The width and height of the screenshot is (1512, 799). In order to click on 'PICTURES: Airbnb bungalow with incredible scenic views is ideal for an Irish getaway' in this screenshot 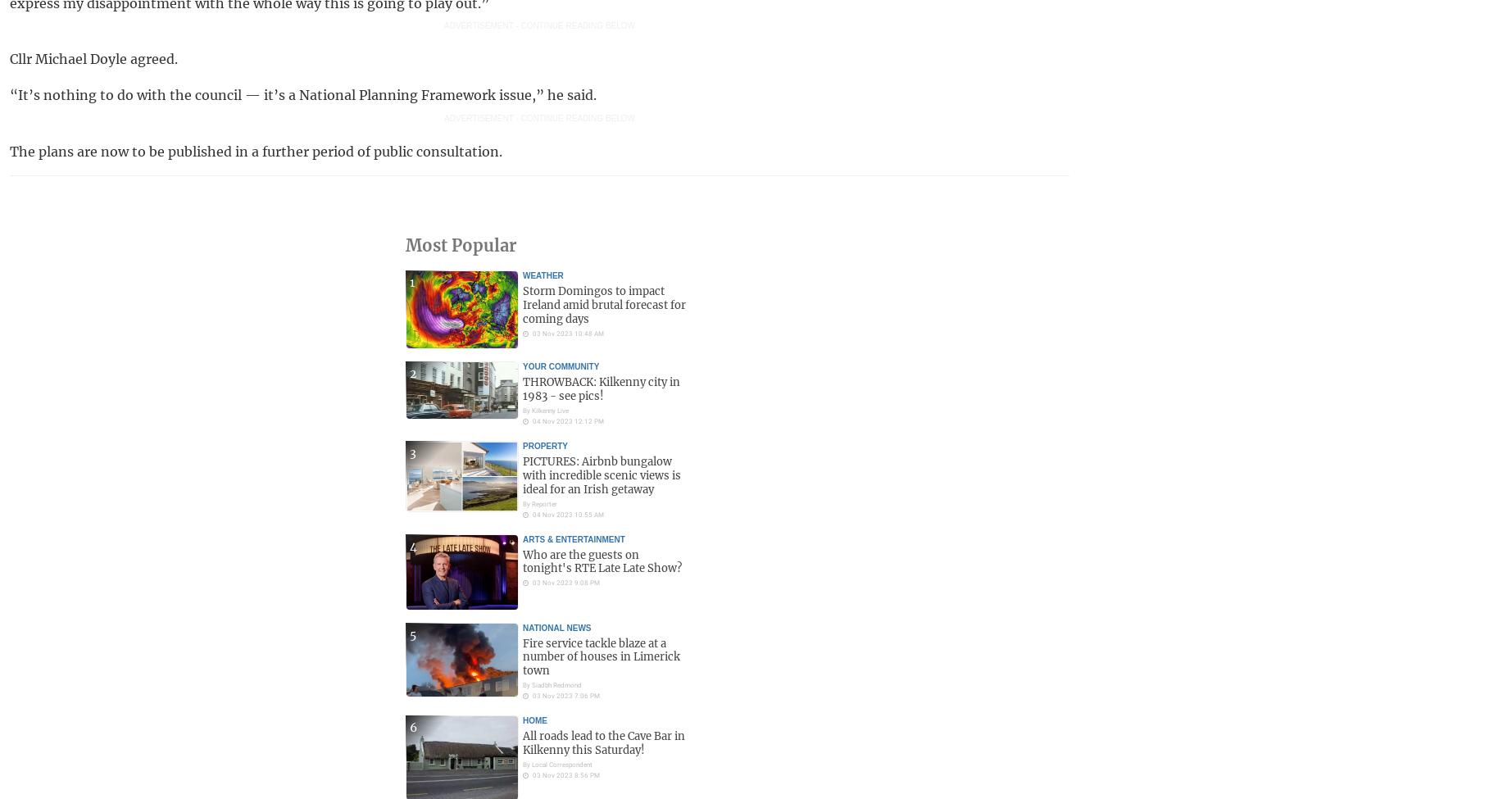, I will do `click(602, 474)`.